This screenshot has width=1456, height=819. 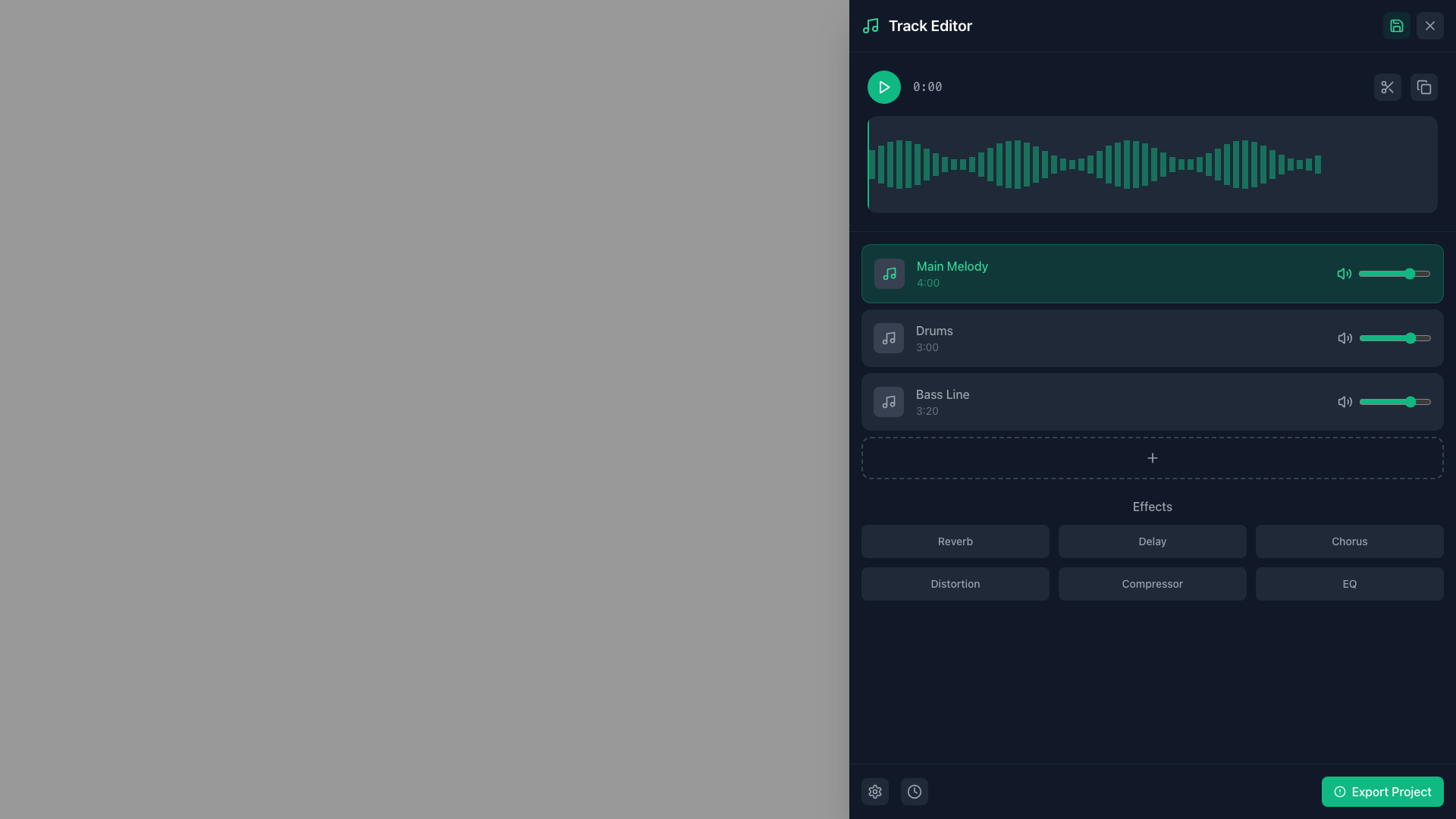 What do you see at coordinates (884, 87) in the screenshot?
I see `the green triangular play icon button, which is located near the top-left area of the interface` at bounding box center [884, 87].